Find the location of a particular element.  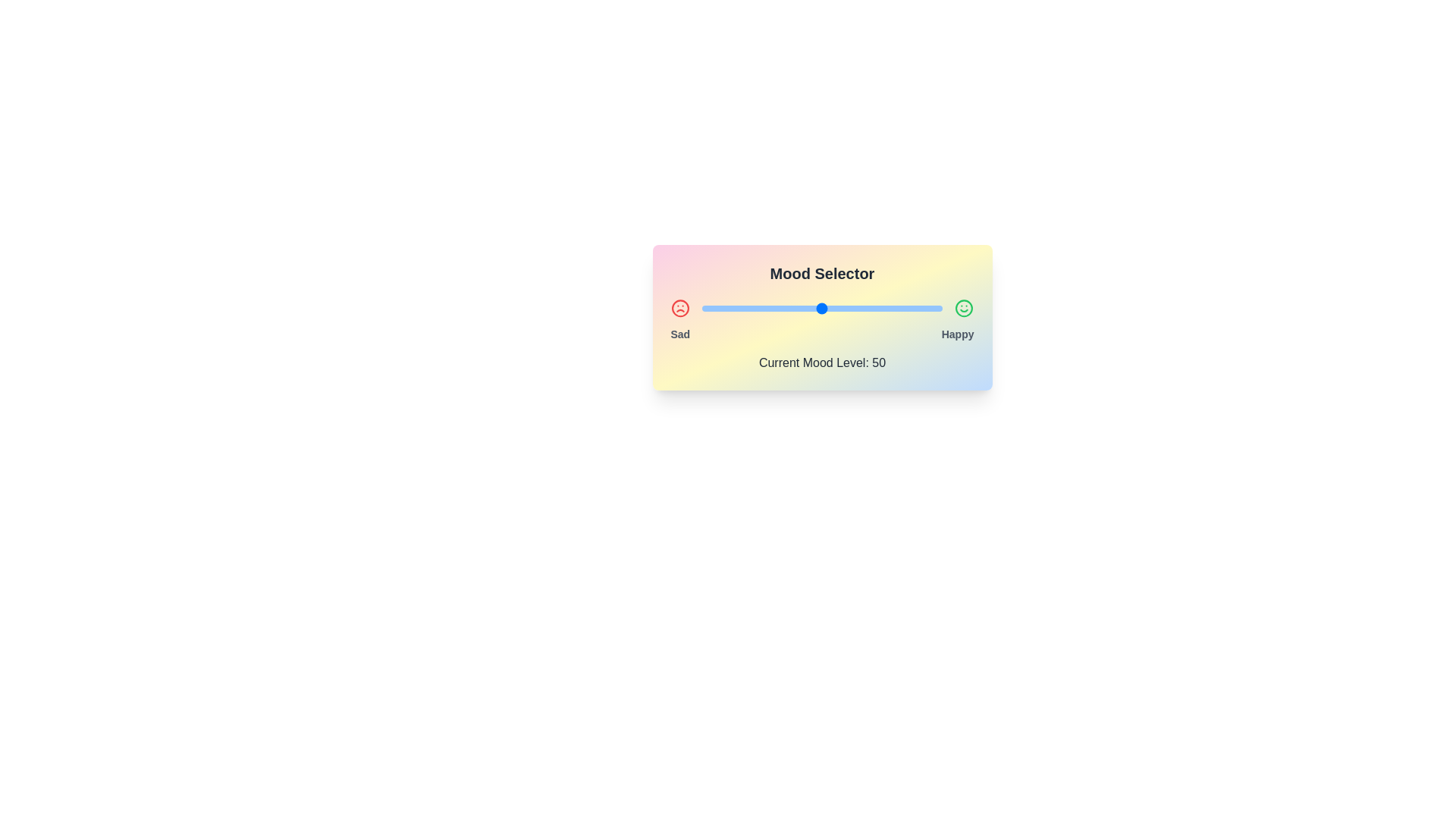

the mood level to 90 by interacting with the slider is located at coordinates (918, 308).